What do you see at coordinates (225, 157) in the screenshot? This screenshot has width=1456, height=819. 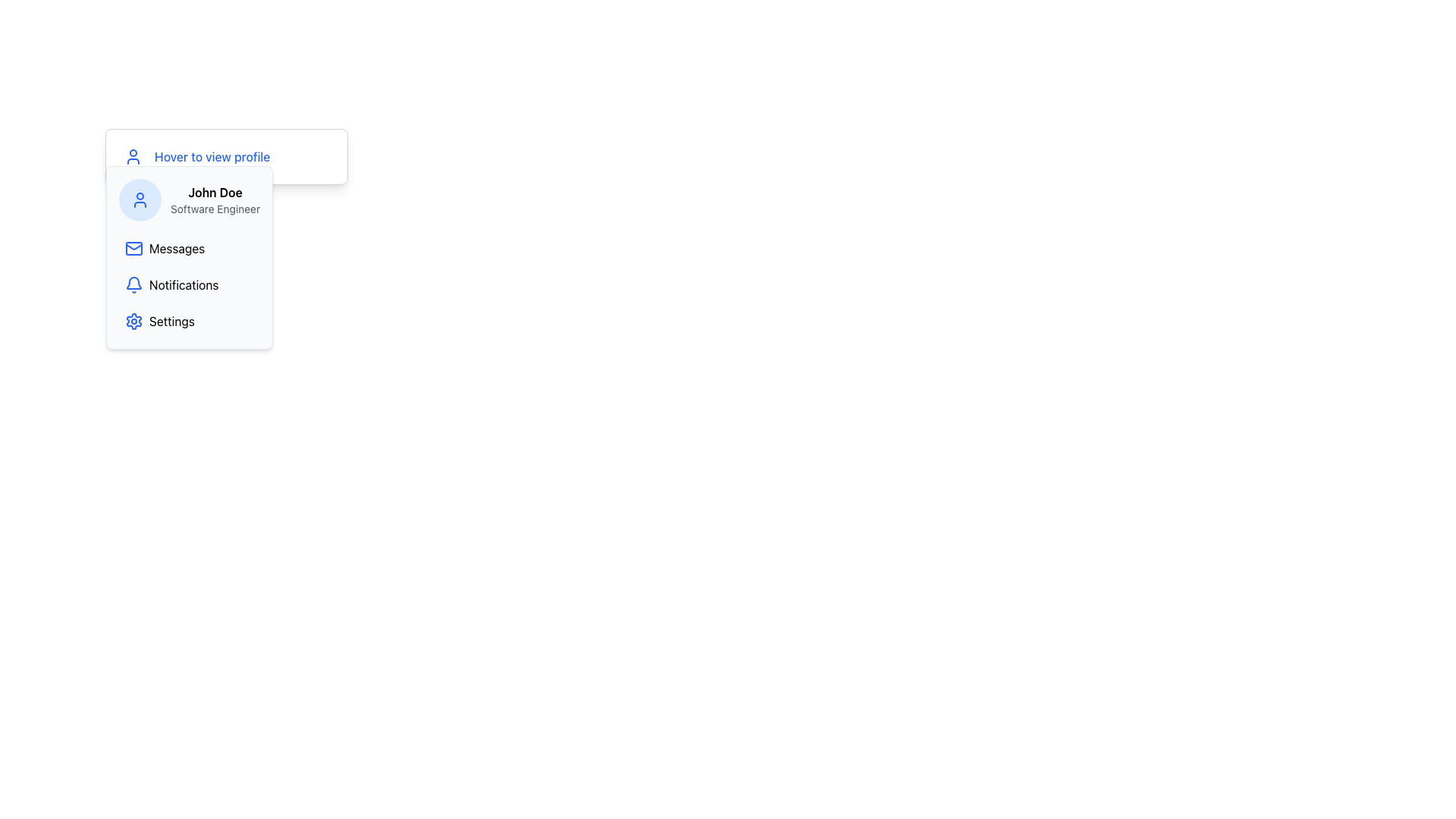 I see `the user icon or the text 'Hover` at bounding box center [225, 157].